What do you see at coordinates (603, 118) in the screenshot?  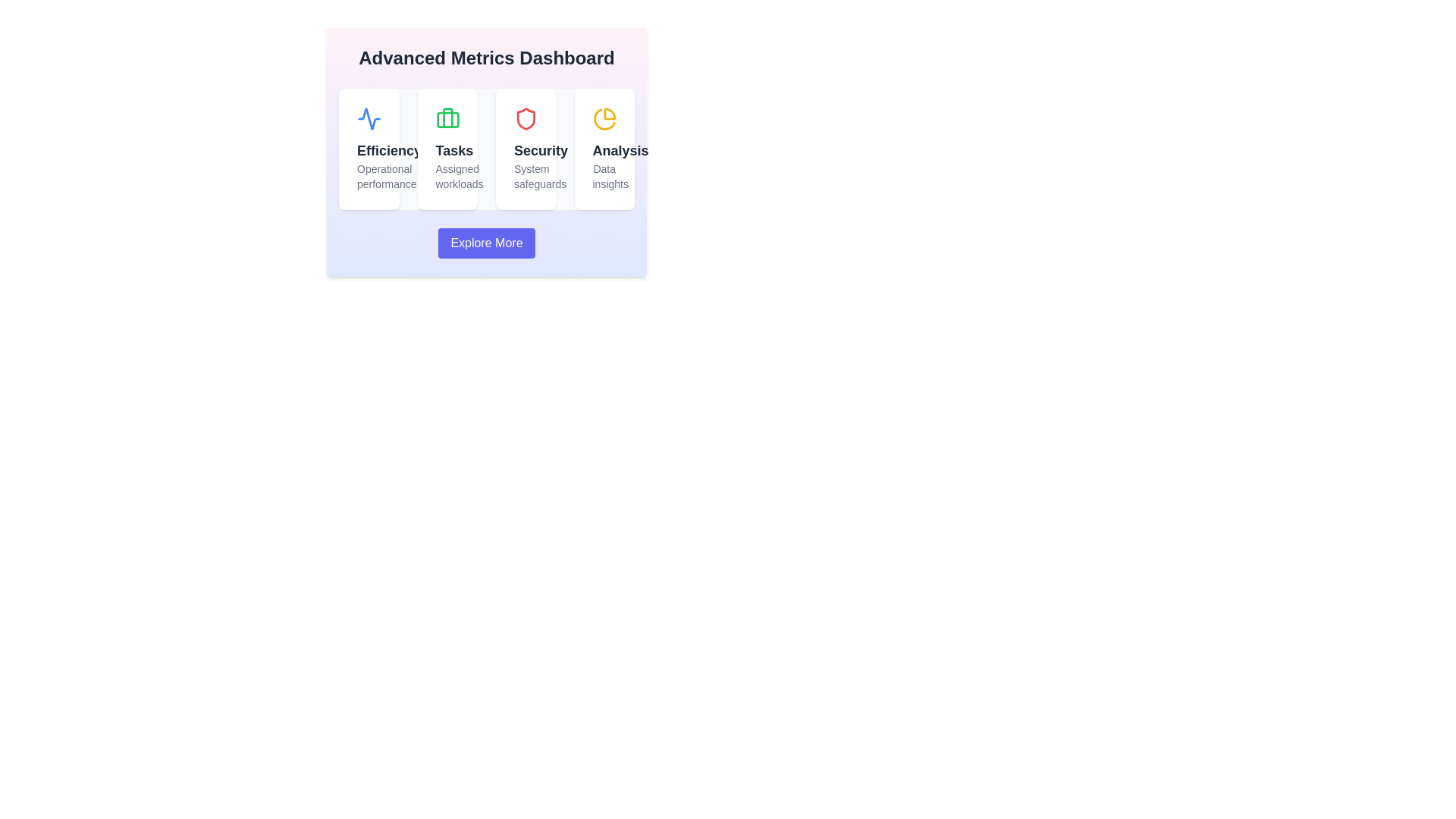 I see `the right-hand segment of the pie chart within the 'Analysis' icon at the top of the card labeled 'Analysis' in the dashboard` at bounding box center [603, 118].